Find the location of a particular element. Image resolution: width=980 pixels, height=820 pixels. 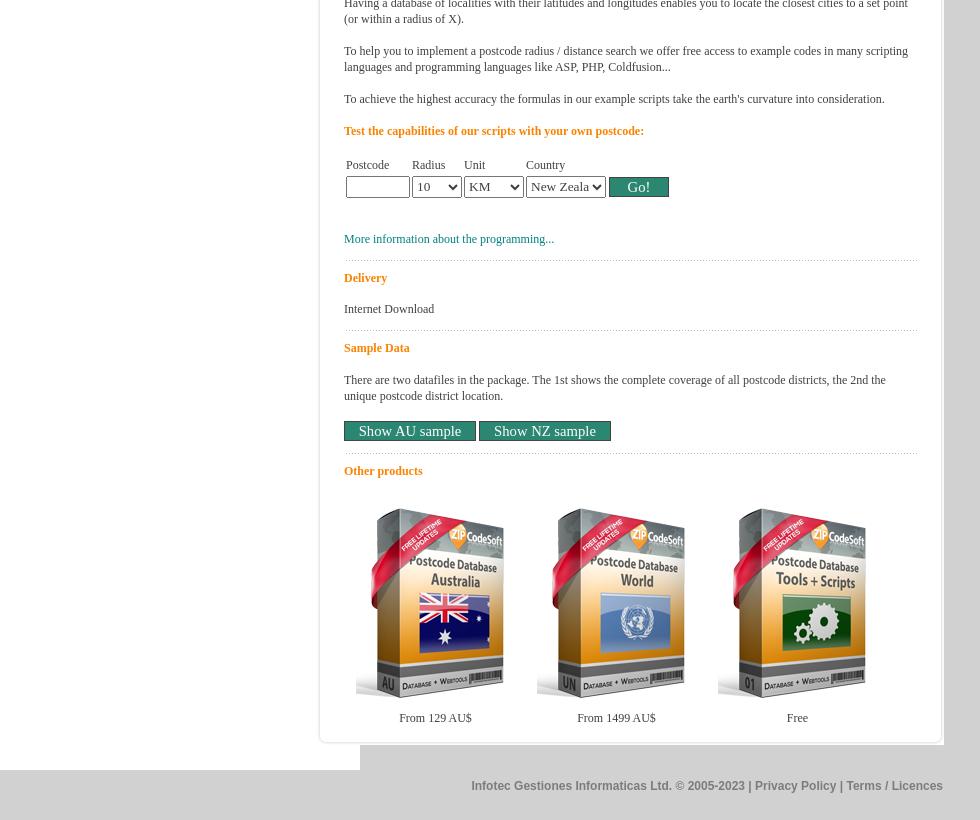

'Free' is located at coordinates (797, 717).